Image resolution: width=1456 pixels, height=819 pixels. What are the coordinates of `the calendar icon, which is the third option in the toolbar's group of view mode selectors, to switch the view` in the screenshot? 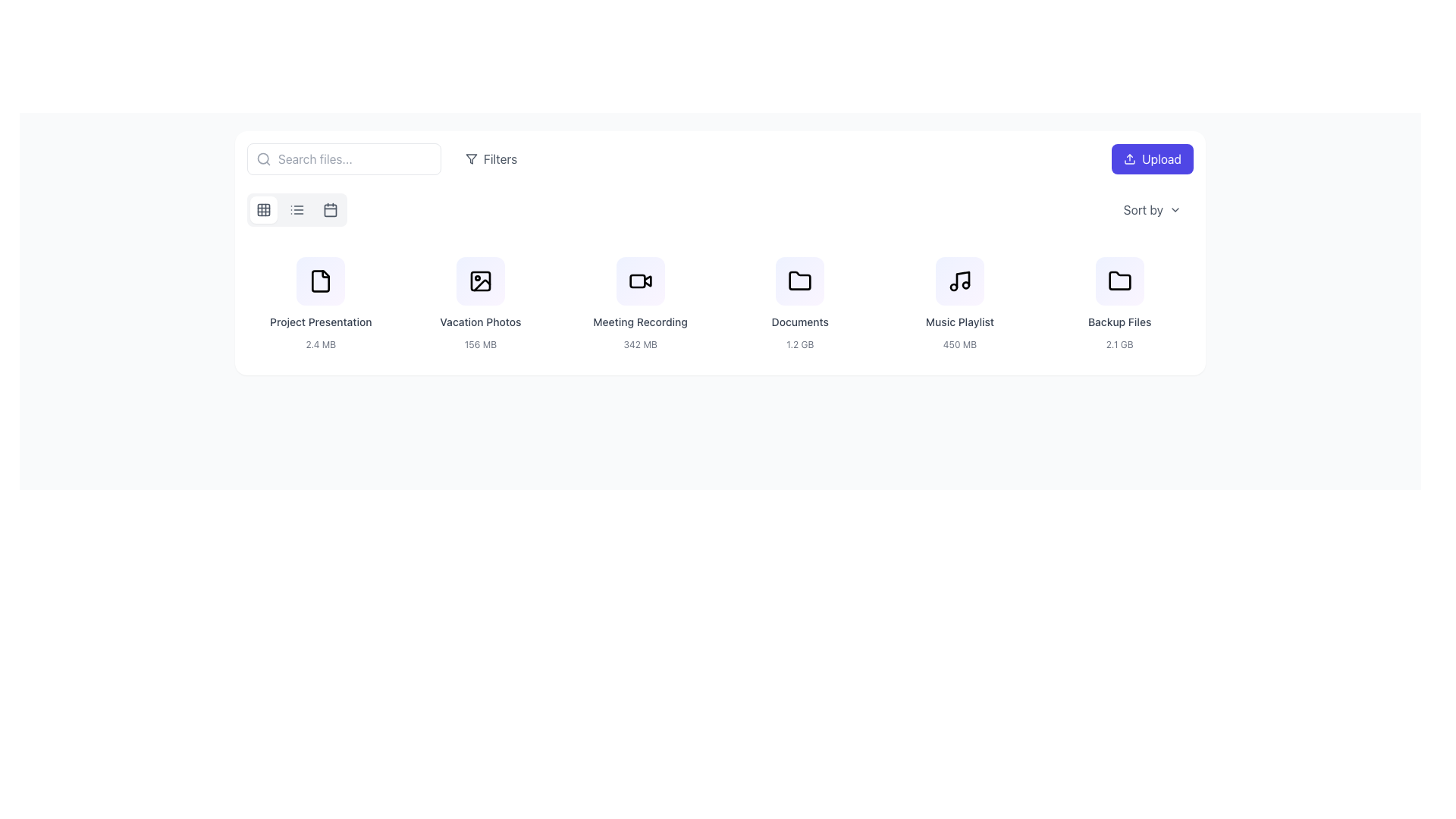 It's located at (330, 210).